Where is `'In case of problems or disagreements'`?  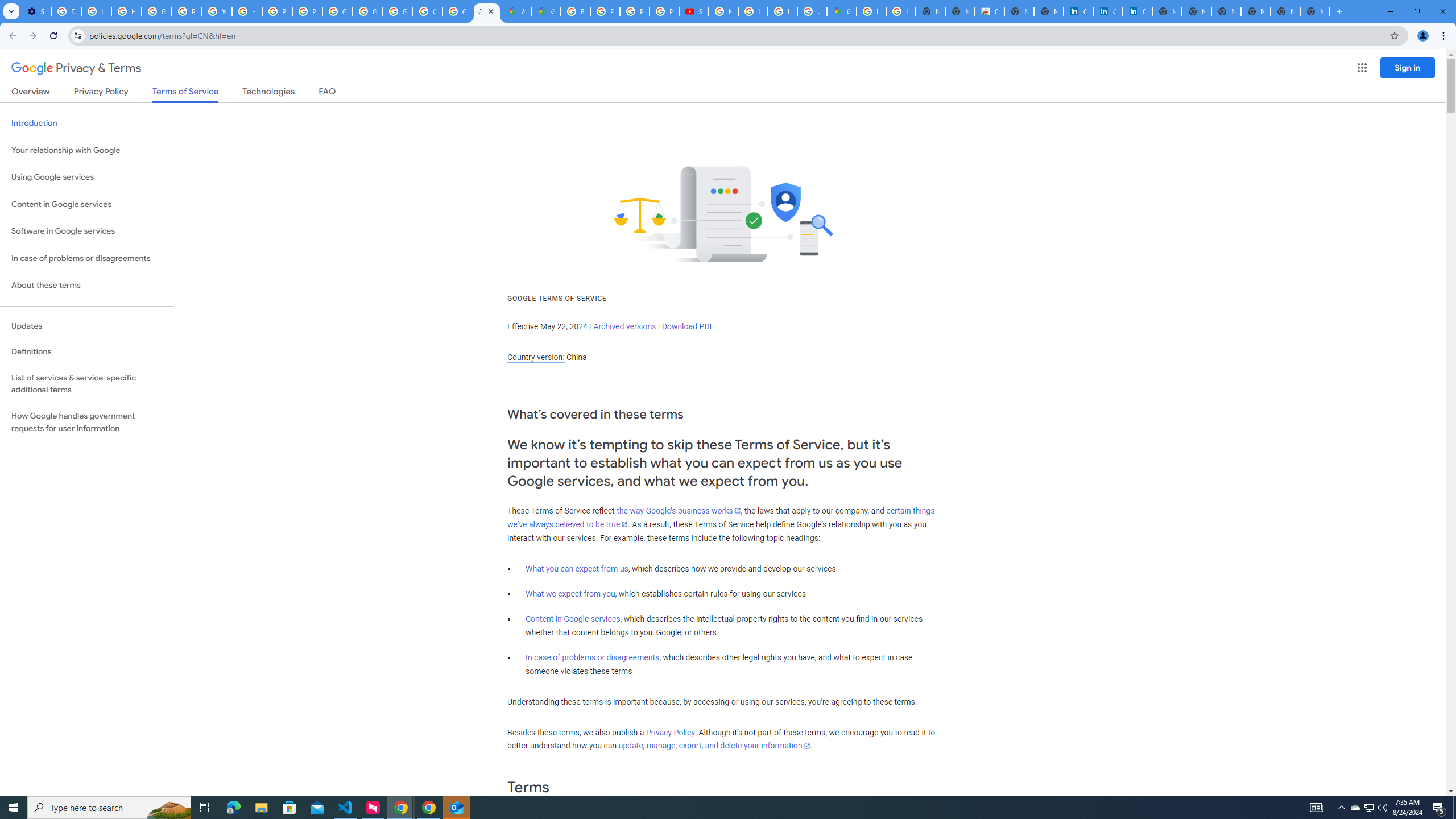 'In case of problems or disagreements' is located at coordinates (591, 657).